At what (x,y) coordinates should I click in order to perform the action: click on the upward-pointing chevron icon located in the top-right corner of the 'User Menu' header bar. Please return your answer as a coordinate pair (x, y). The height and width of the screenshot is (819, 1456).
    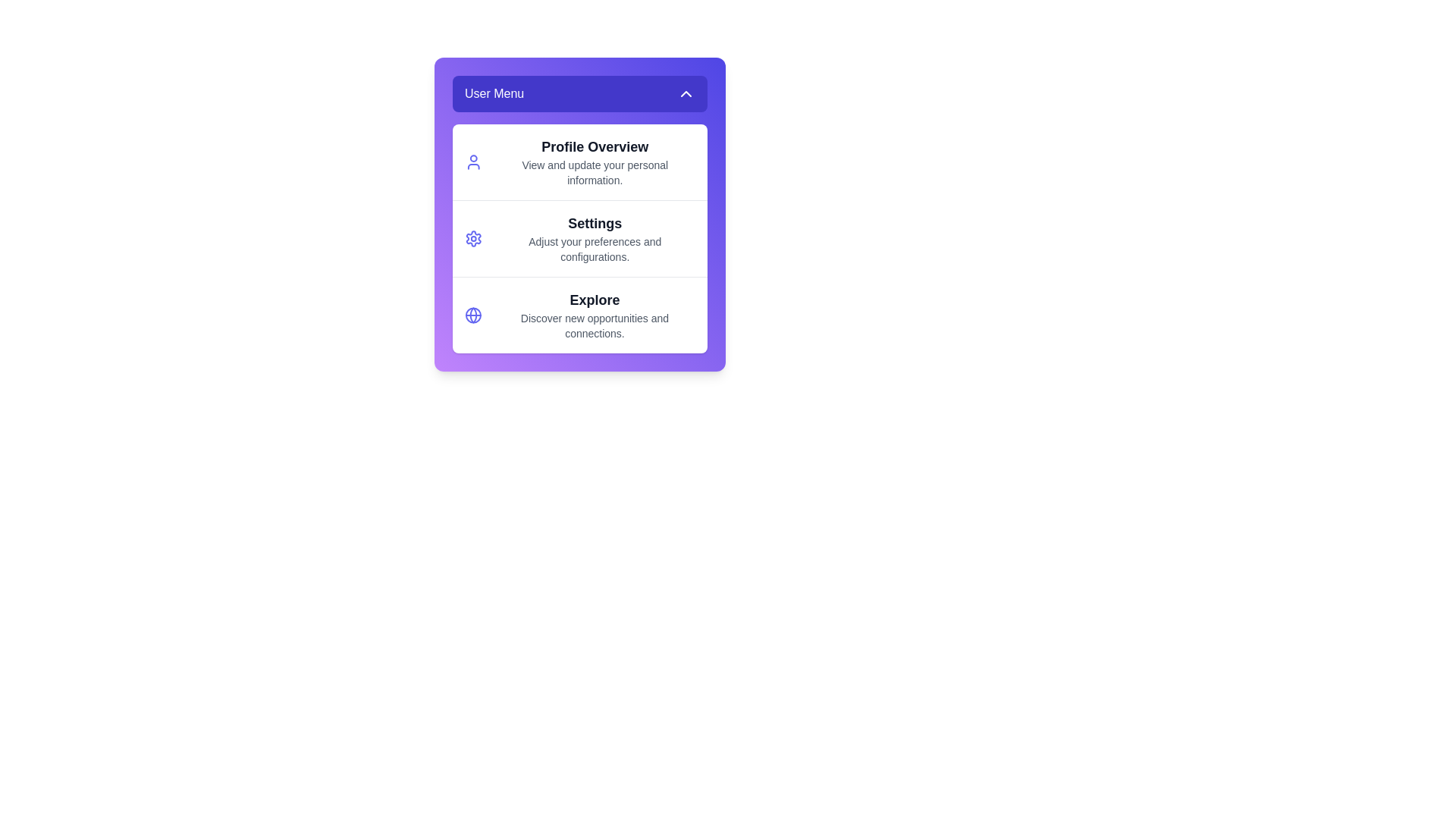
    Looking at the image, I should click on (686, 93).